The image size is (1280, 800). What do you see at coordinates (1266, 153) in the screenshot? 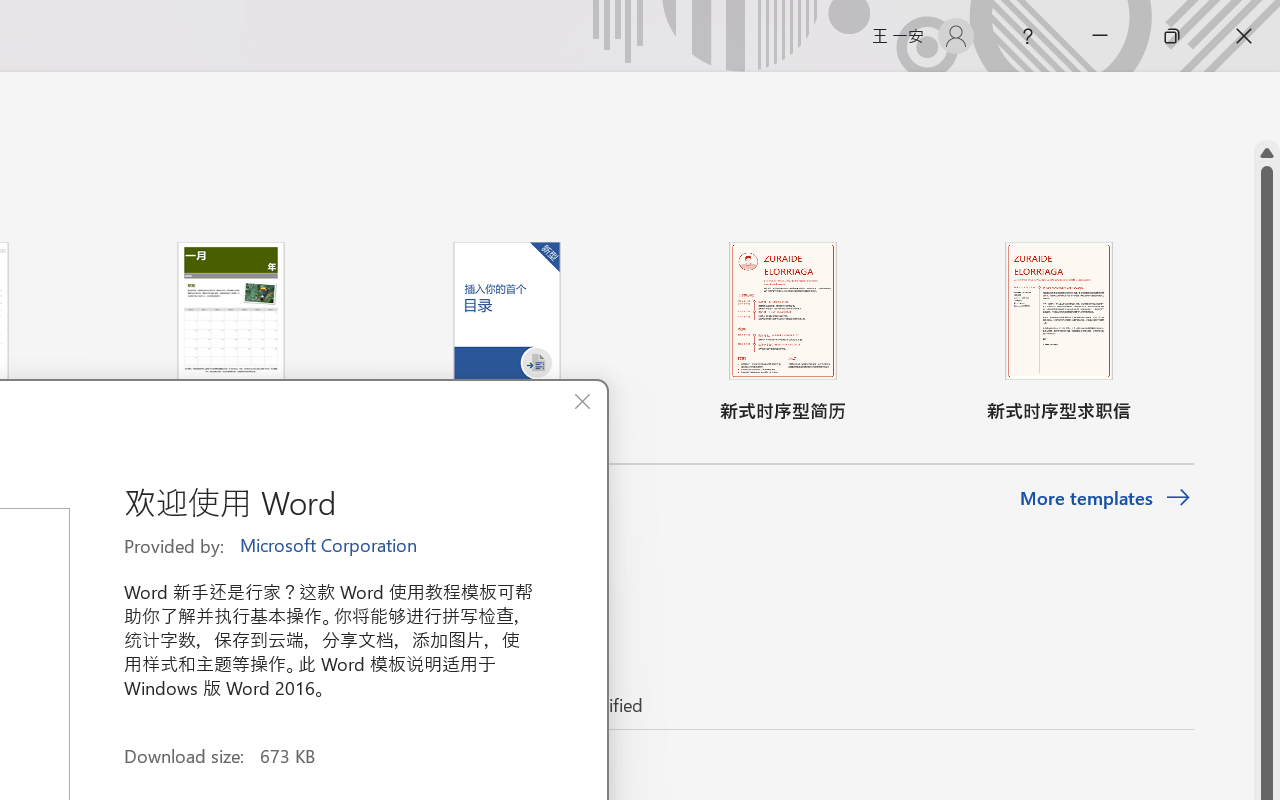
I see `'Line up'` at bounding box center [1266, 153].